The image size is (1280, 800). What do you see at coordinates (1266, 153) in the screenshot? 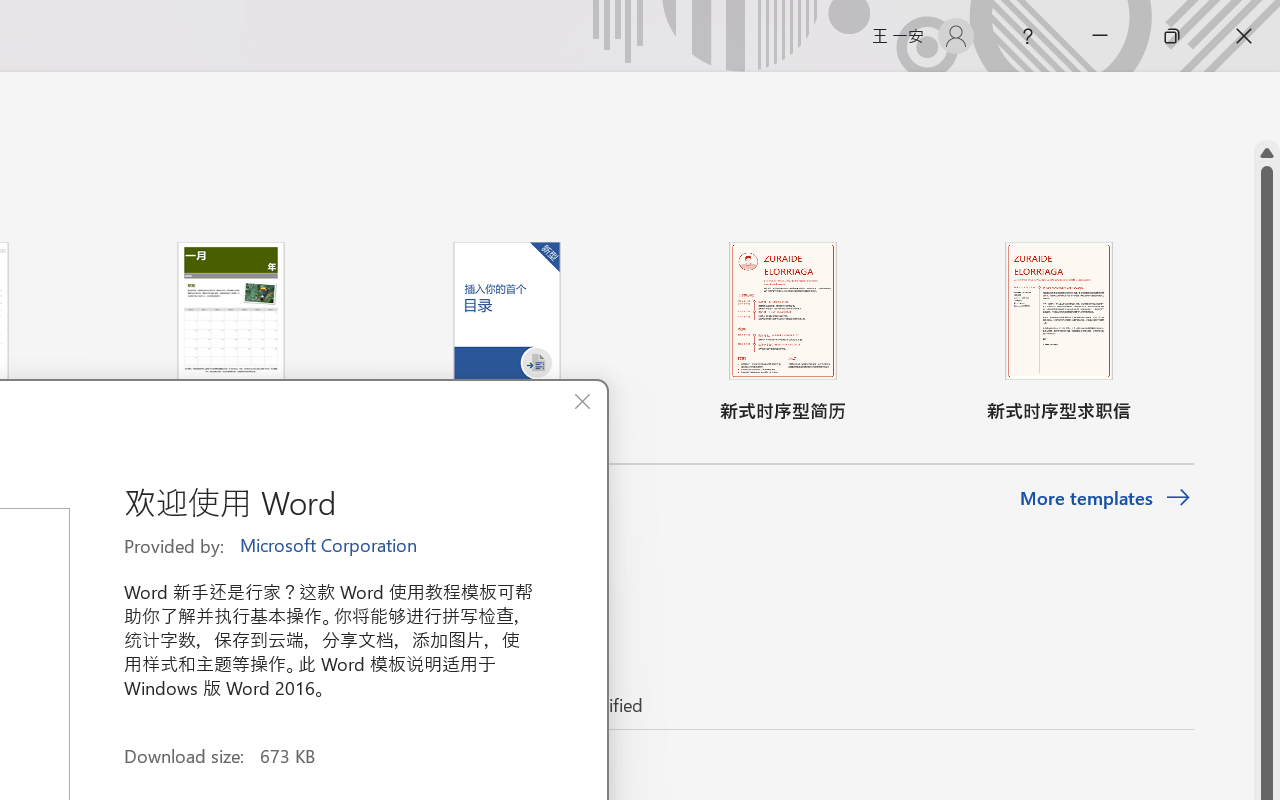
I see `'Line up'` at bounding box center [1266, 153].